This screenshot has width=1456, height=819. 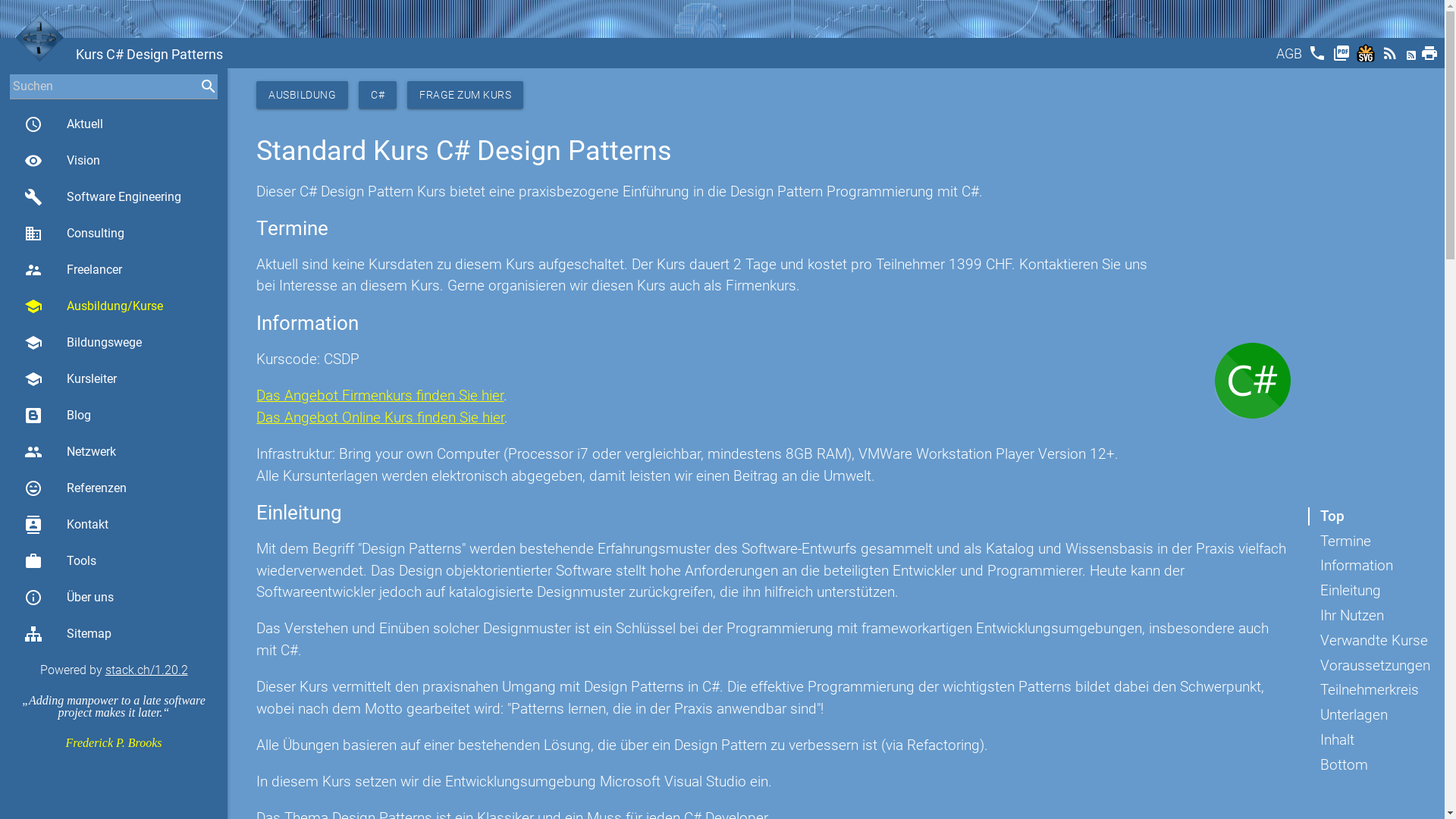 I want to click on 'AGB', so click(x=1290, y=57).